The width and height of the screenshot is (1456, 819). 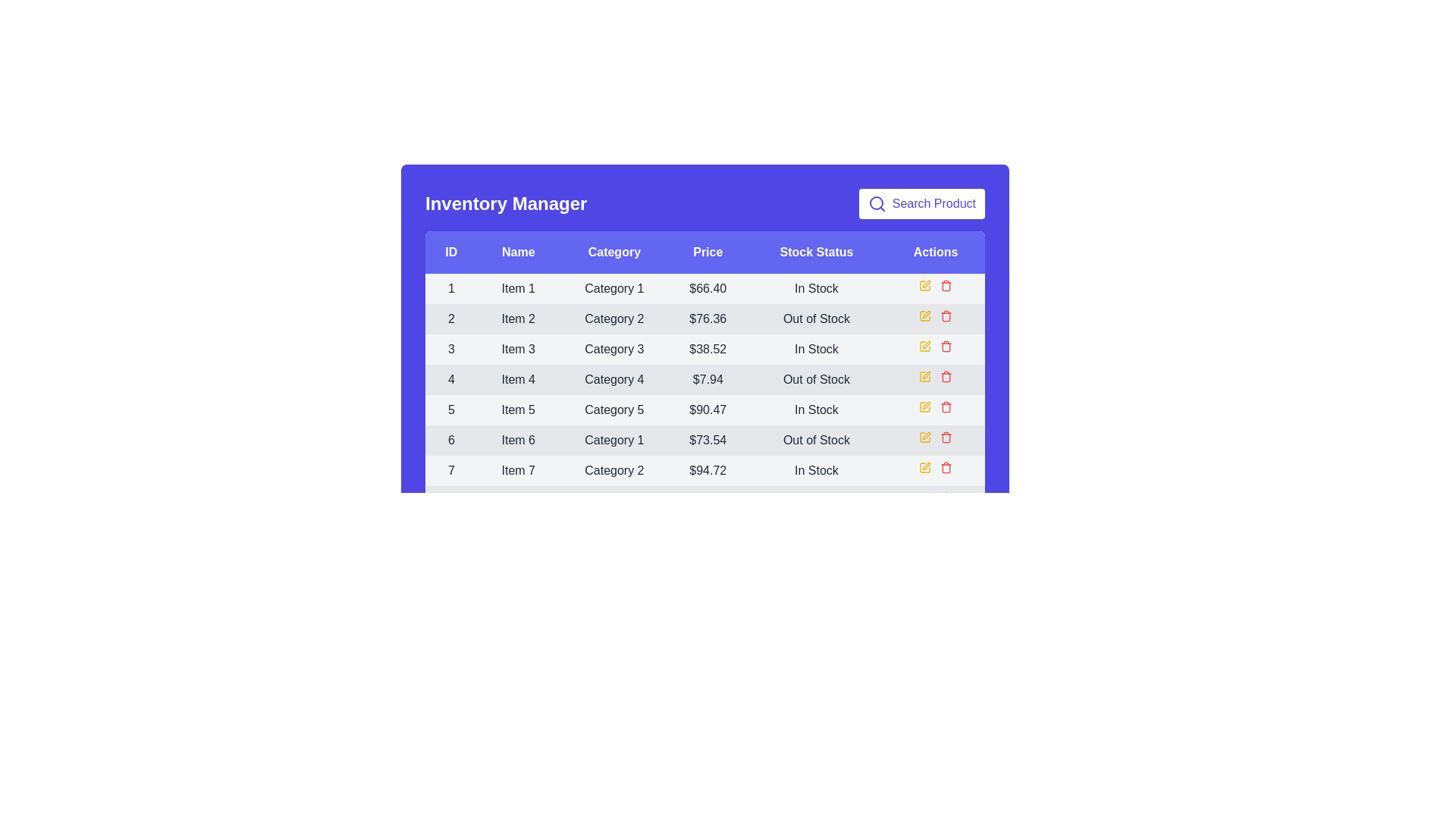 What do you see at coordinates (934, 251) in the screenshot?
I see `the column header Actions to sort the table by that column` at bounding box center [934, 251].